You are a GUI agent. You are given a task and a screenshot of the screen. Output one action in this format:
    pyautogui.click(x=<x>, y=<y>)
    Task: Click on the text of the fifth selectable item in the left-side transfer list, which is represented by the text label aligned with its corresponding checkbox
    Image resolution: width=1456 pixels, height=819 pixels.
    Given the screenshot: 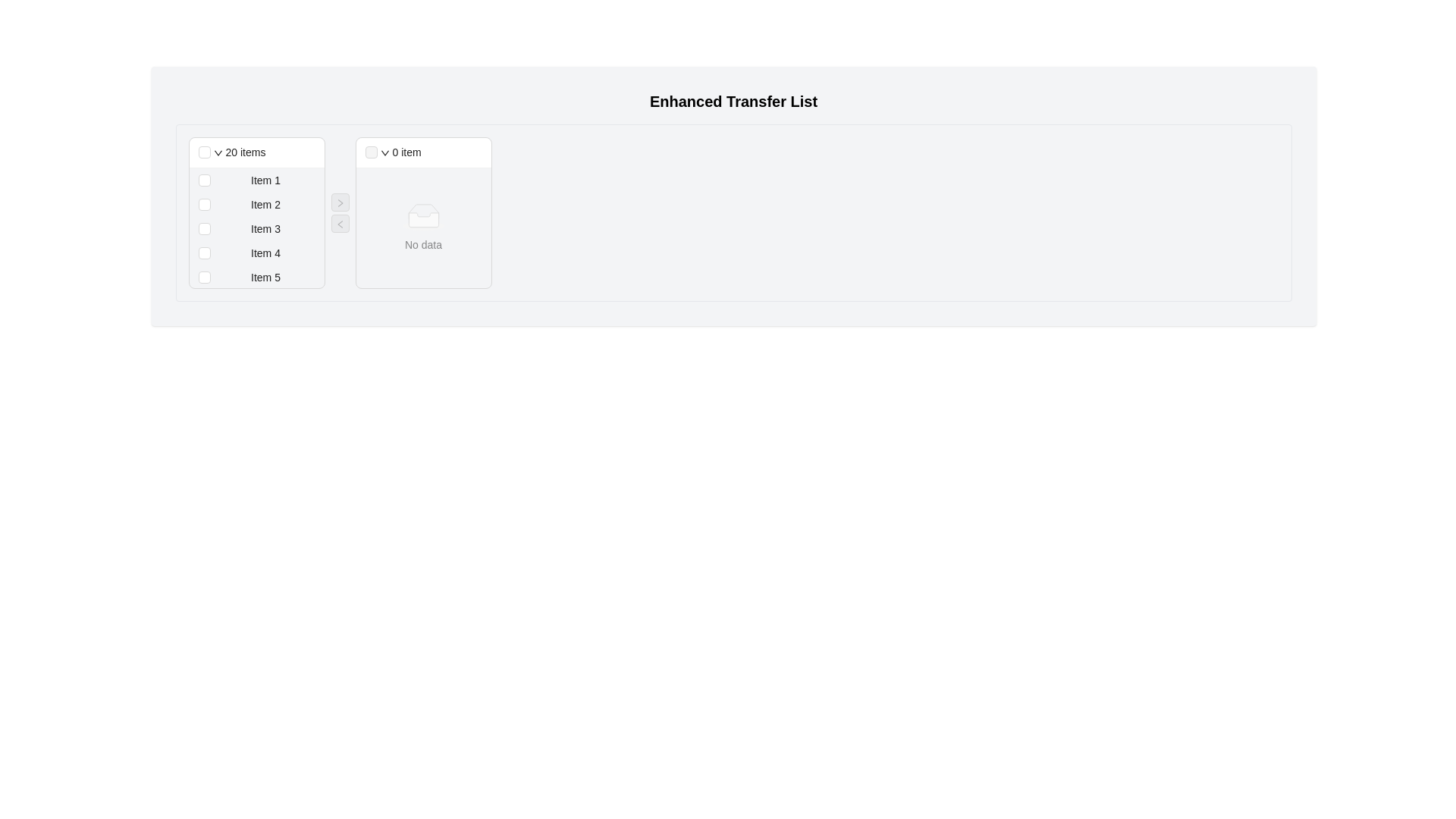 What is the action you would take?
    pyautogui.click(x=265, y=278)
    